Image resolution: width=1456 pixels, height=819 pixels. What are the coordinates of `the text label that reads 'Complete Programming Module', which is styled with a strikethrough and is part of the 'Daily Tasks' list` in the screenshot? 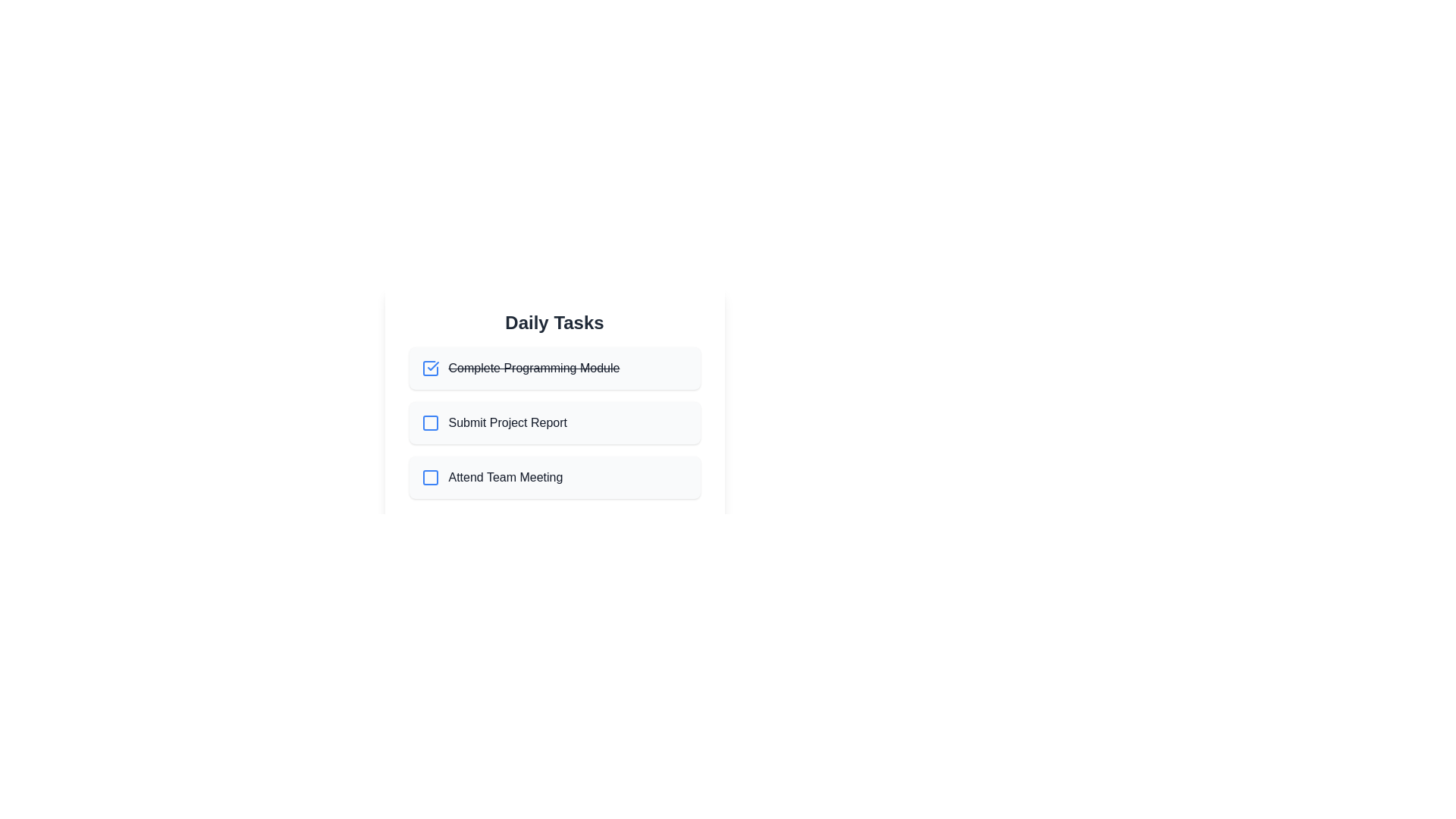 It's located at (534, 369).